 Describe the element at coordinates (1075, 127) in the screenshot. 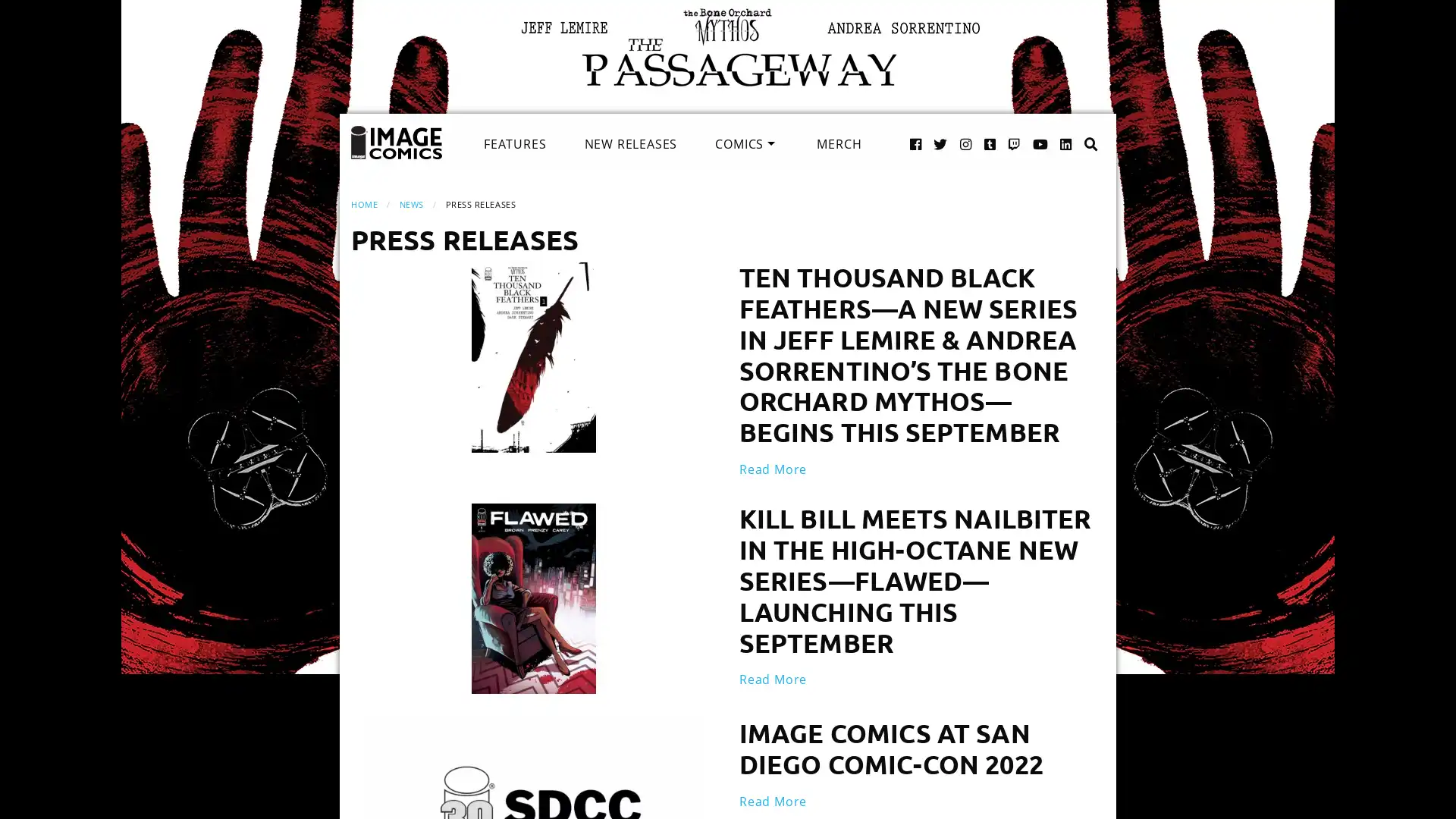

I see `Search` at that location.